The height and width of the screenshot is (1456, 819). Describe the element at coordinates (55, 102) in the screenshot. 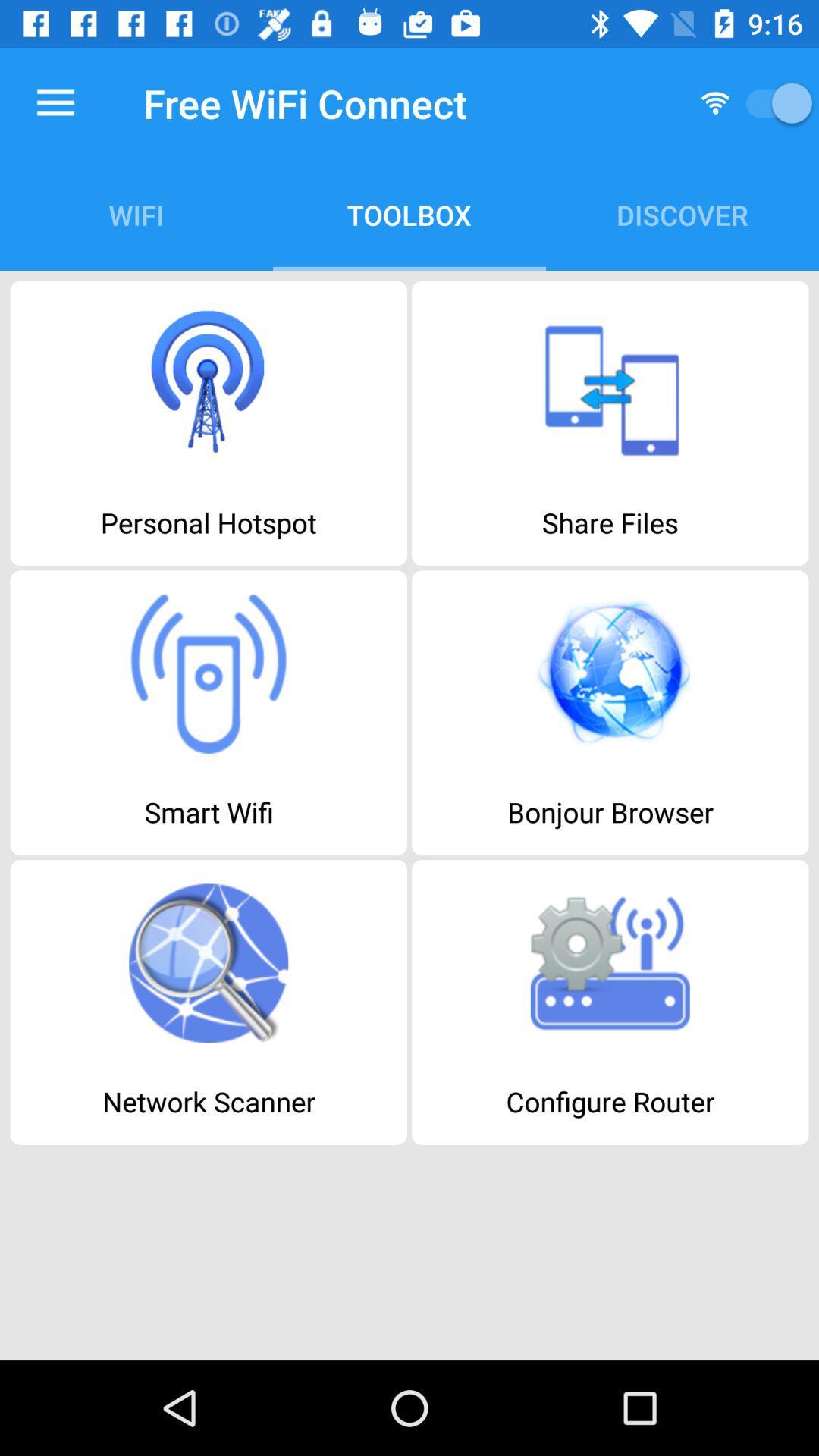

I see `icon above the wifi icon` at that location.